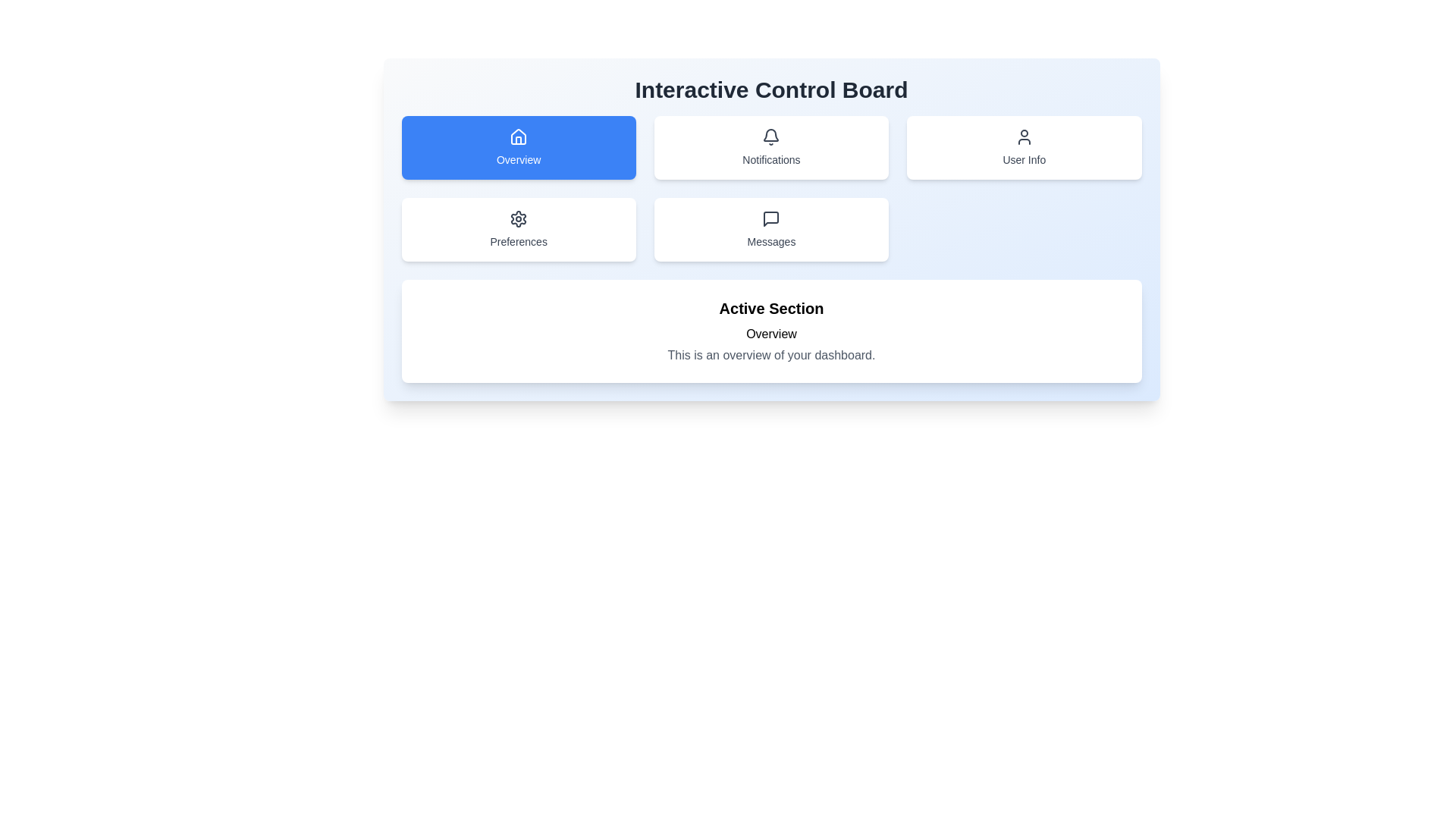  I want to click on the 'Overview' button located at the top-left corner of the grid, so click(519, 148).